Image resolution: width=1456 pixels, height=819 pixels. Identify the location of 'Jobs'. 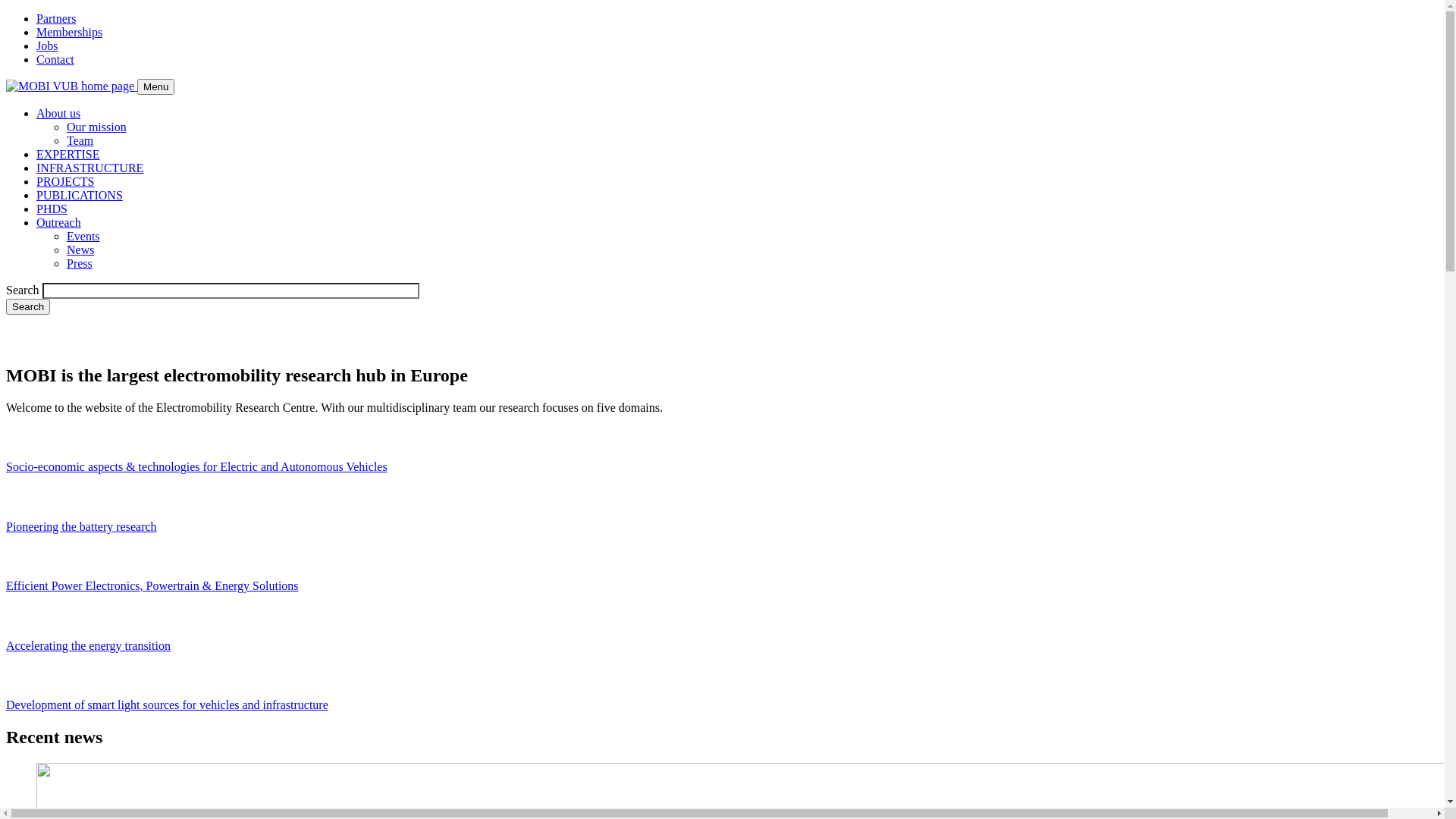
(36, 45).